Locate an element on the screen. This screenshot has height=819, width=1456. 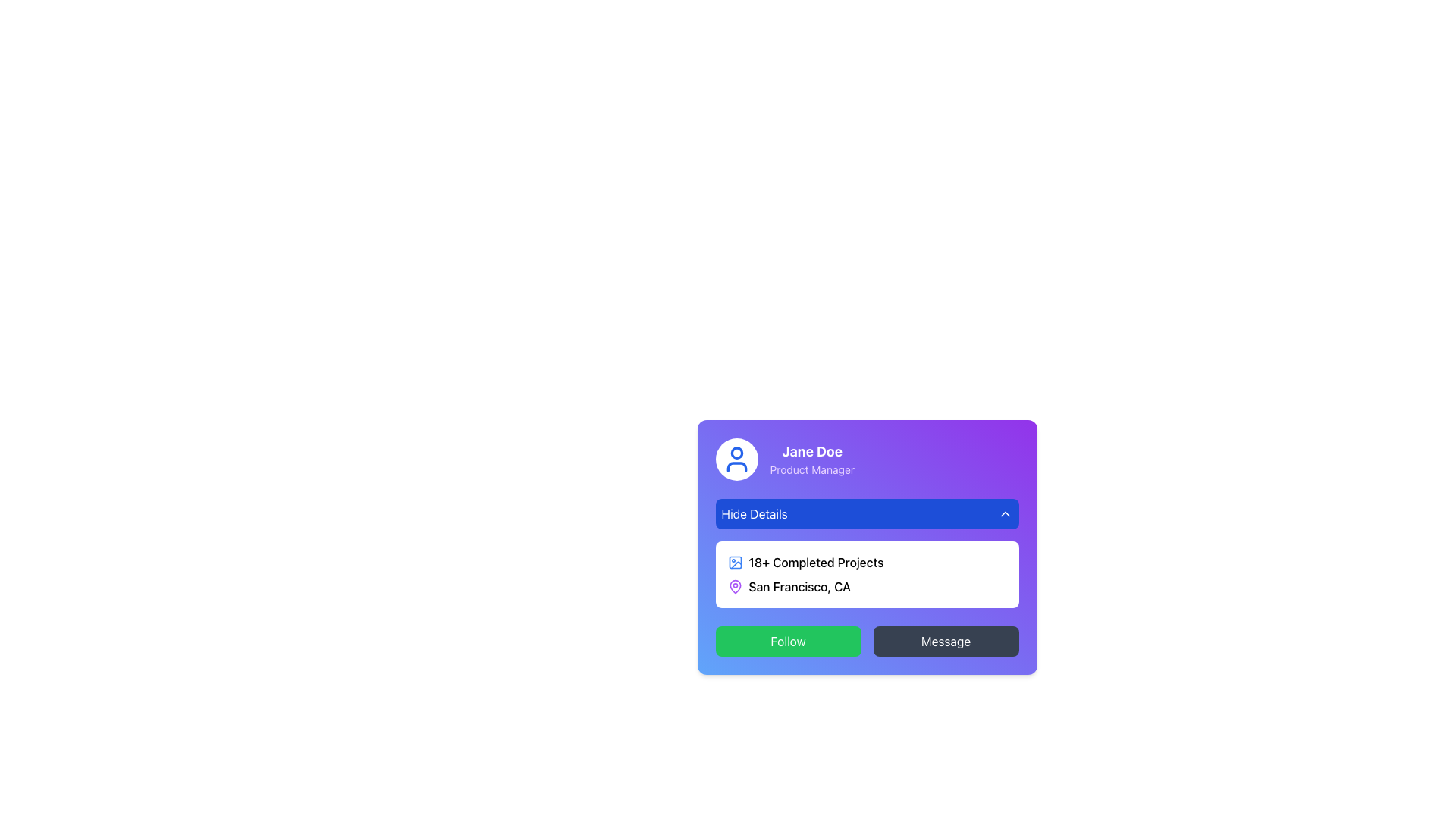
the text with icon that communicates the achievement of completing 18 or more projects, located above the 'San Francisco, CA' text and below the 'Hide Details' section is located at coordinates (867, 562).